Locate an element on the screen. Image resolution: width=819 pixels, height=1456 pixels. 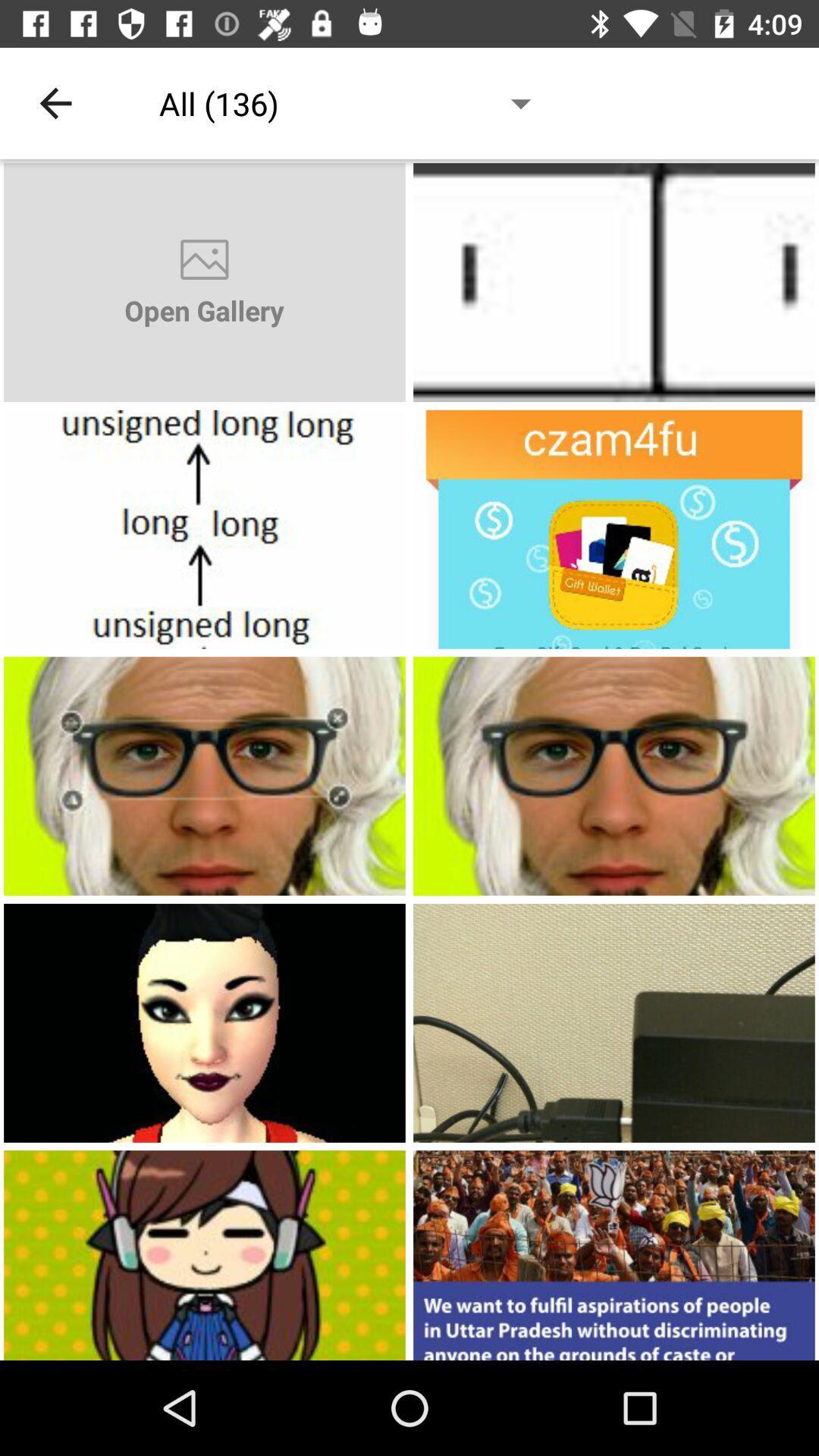
open a photo is located at coordinates (205, 1023).